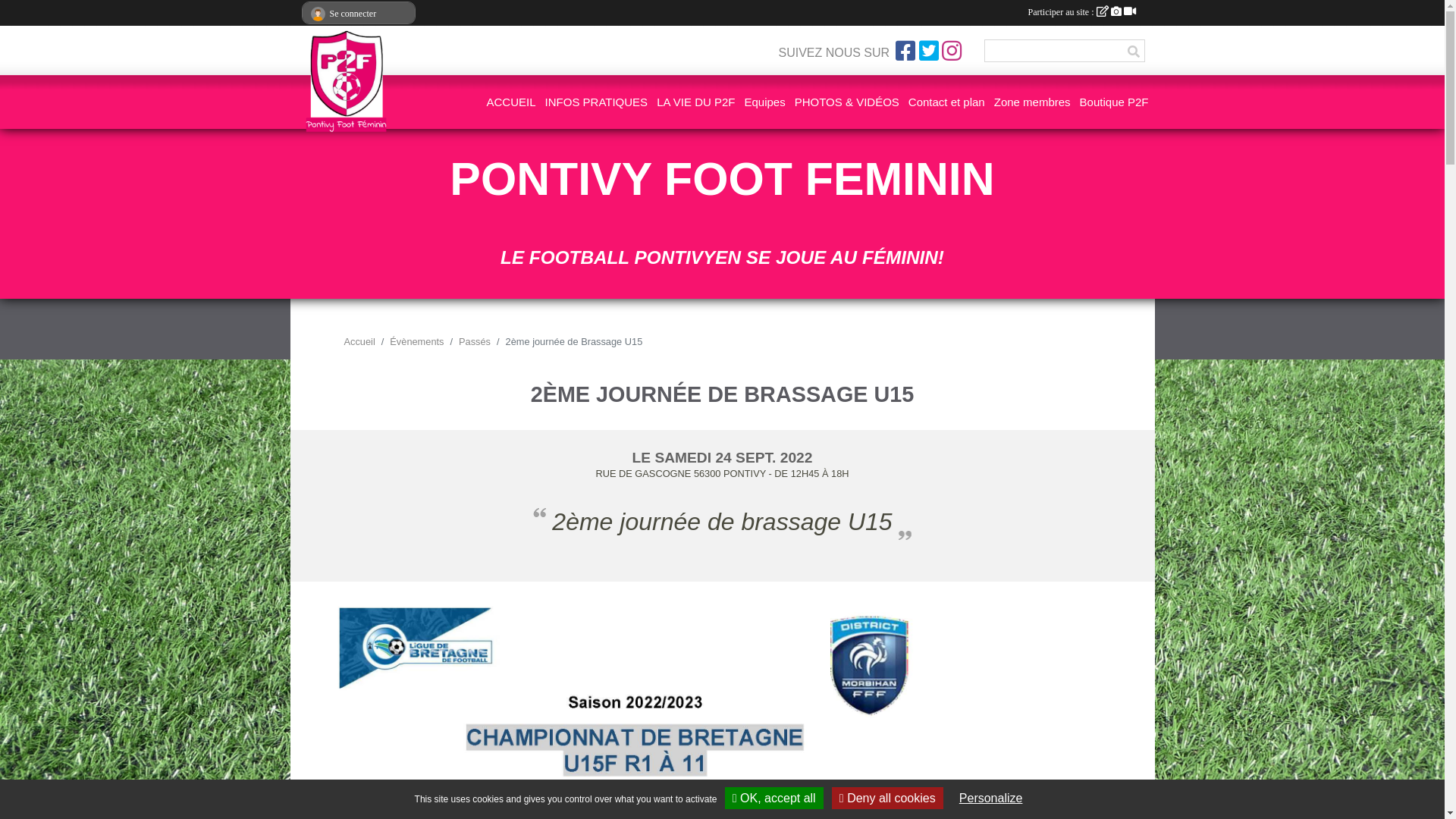 Image resolution: width=1456 pixels, height=819 pixels. I want to click on 'Accueil', so click(359, 341).